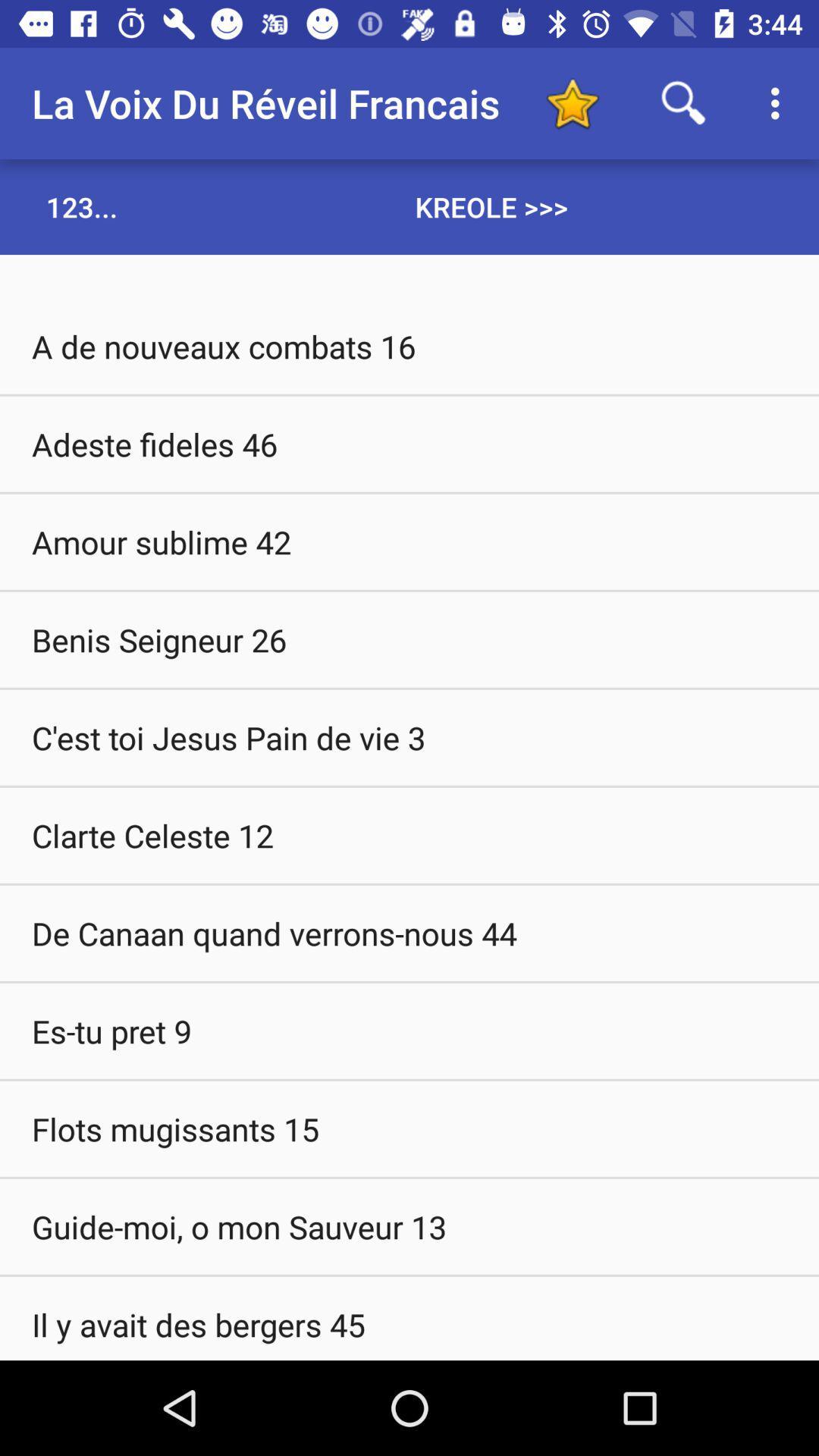 Image resolution: width=819 pixels, height=1456 pixels. What do you see at coordinates (409, 932) in the screenshot?
I see `the item above the es tu pret item` at bounding box center [409, 932].